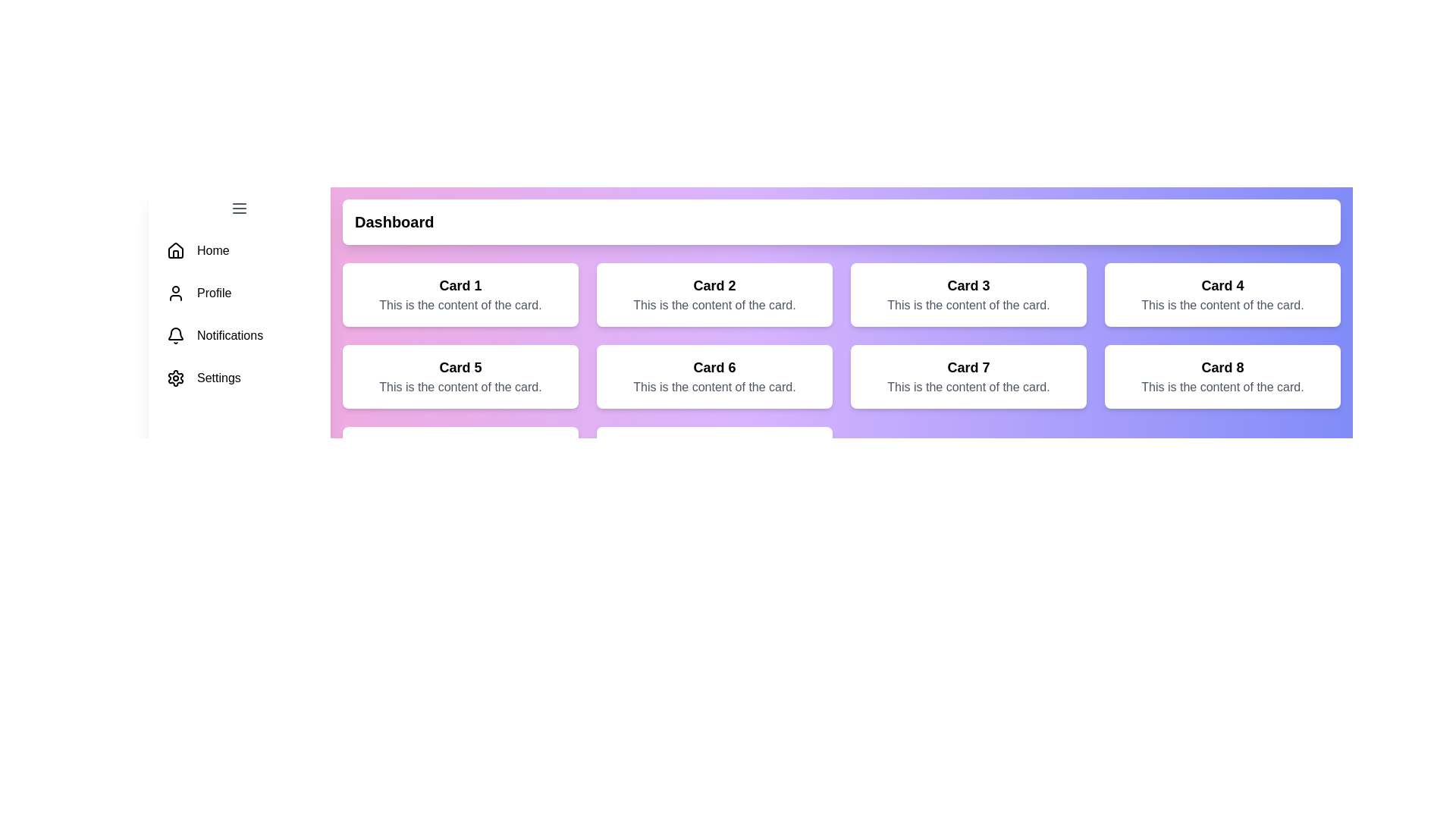  What do you see at coordinates (239, 335) in the screenshot?
I see `the menu item Notifications to highlight it` at bounding box center [239, 335].